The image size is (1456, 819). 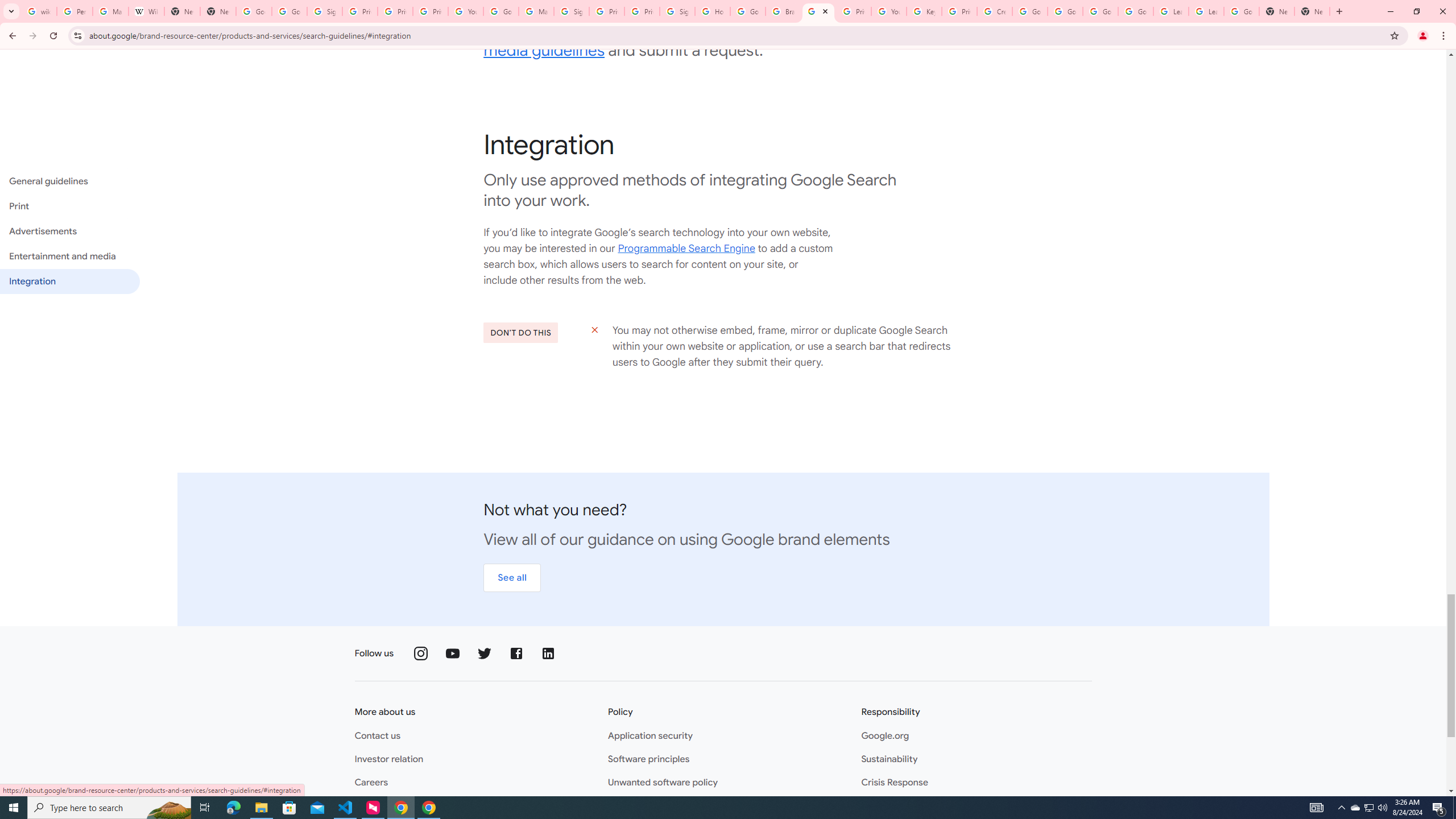 What do you see at coordinates (1277, 11) in the screenshot?
I see `'New Tab'` at bounding box center [1277, 11].